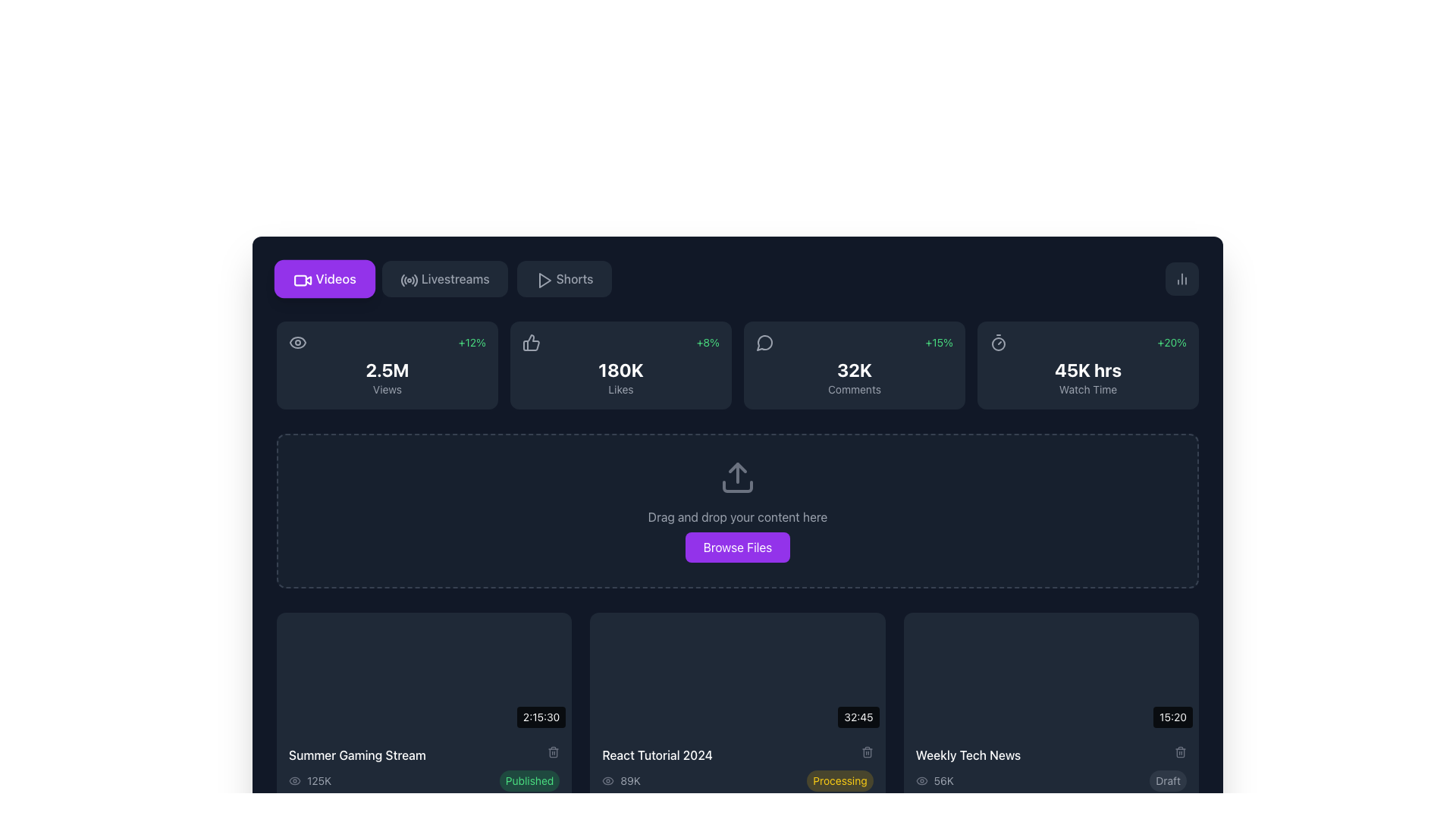  Describe the element at coordinates (563, 278) in the screenshot. I see `the 'Shorts' button, which is a rectangular button with a dark gray background and a play symbol icon on the left, located in the top navigation bar between 'Livestreams' and 'Videos'` at that location.